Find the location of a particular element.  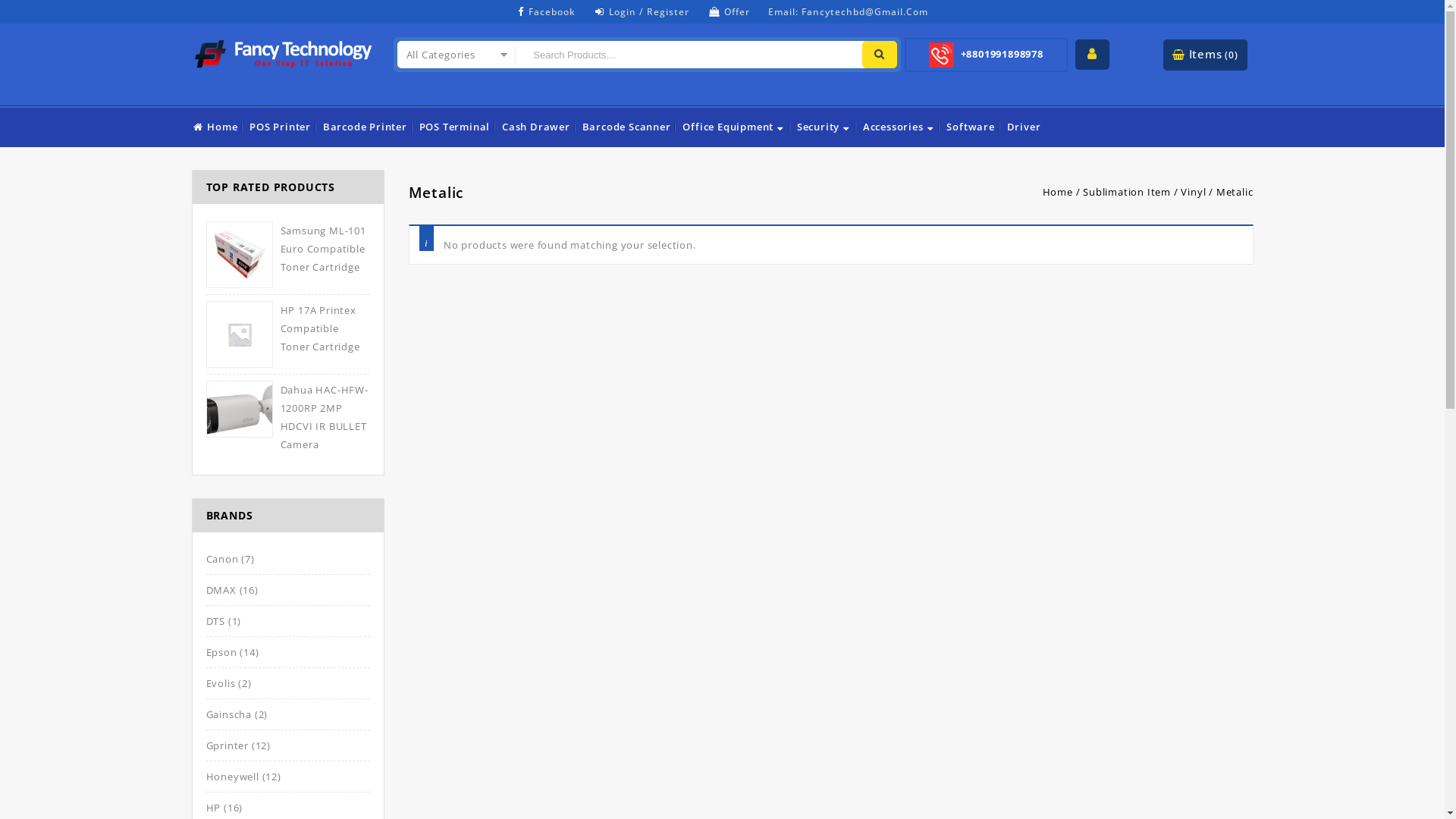

'Fancy Technology| Best Computer Shop in Dhaka, Bangladesh' is located at coordinates (283, 49).